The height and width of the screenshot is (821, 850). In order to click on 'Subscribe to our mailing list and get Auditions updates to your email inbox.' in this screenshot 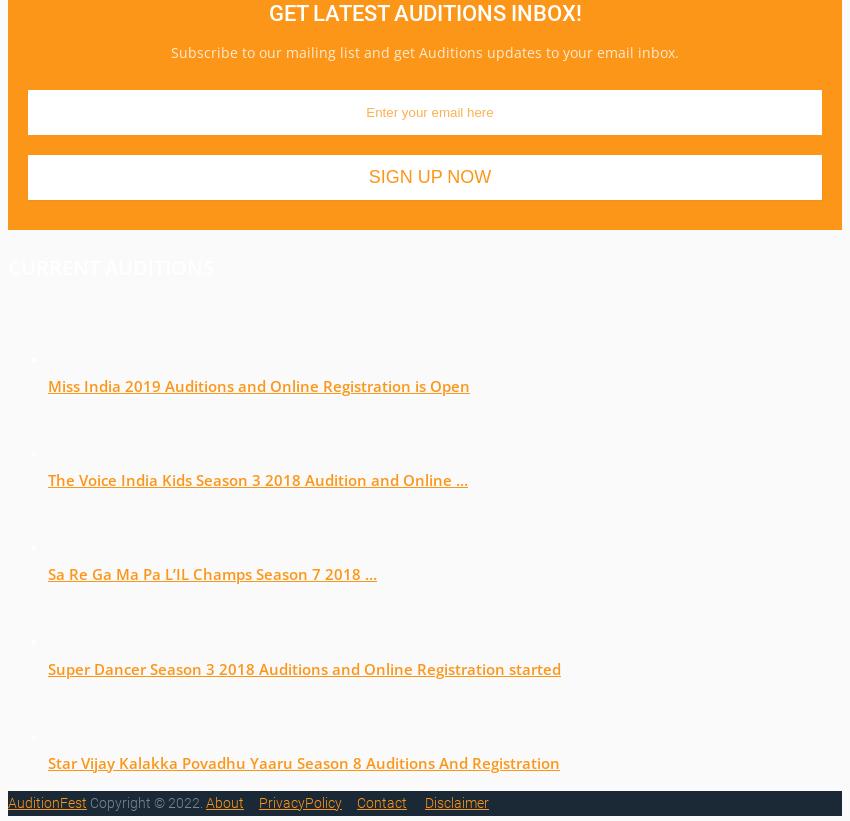, I will do `click(425, 51)`.